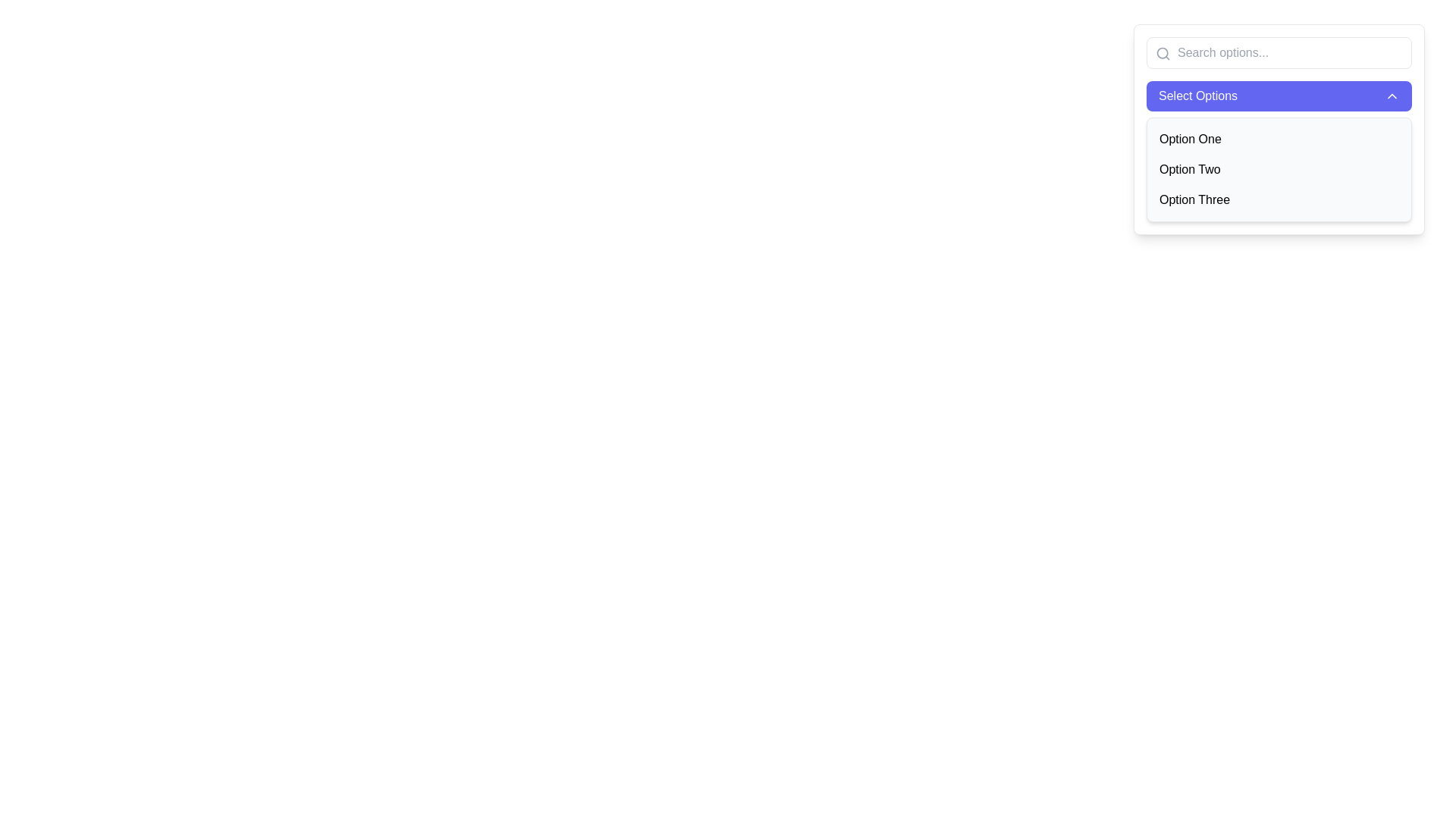 This screenshot has height=819, width=1456. I want to click on the dropdown menu located under the title 'Select Options', so click(1278, 128).